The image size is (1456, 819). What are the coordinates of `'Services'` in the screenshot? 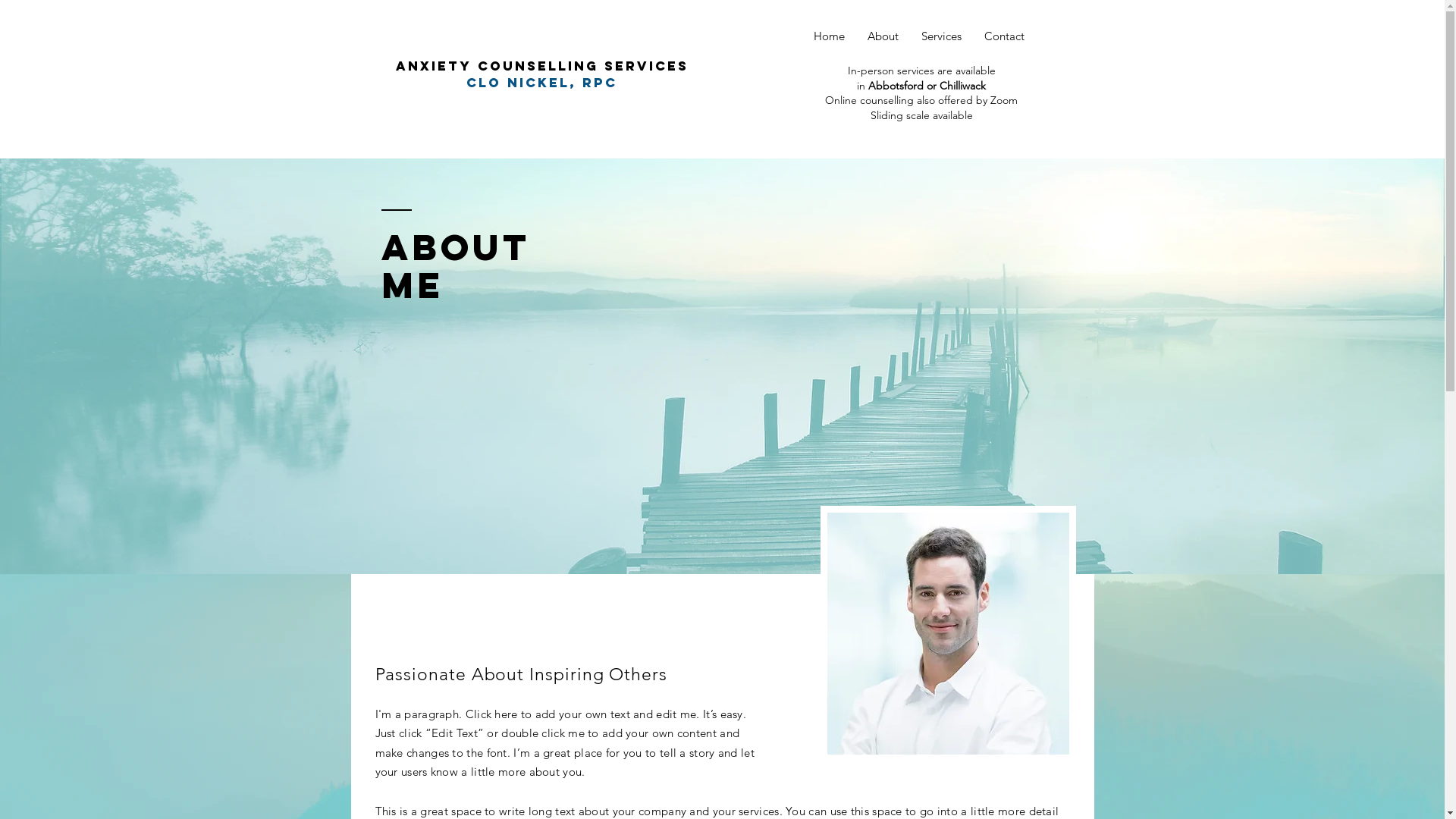 It's located at (940, 35).